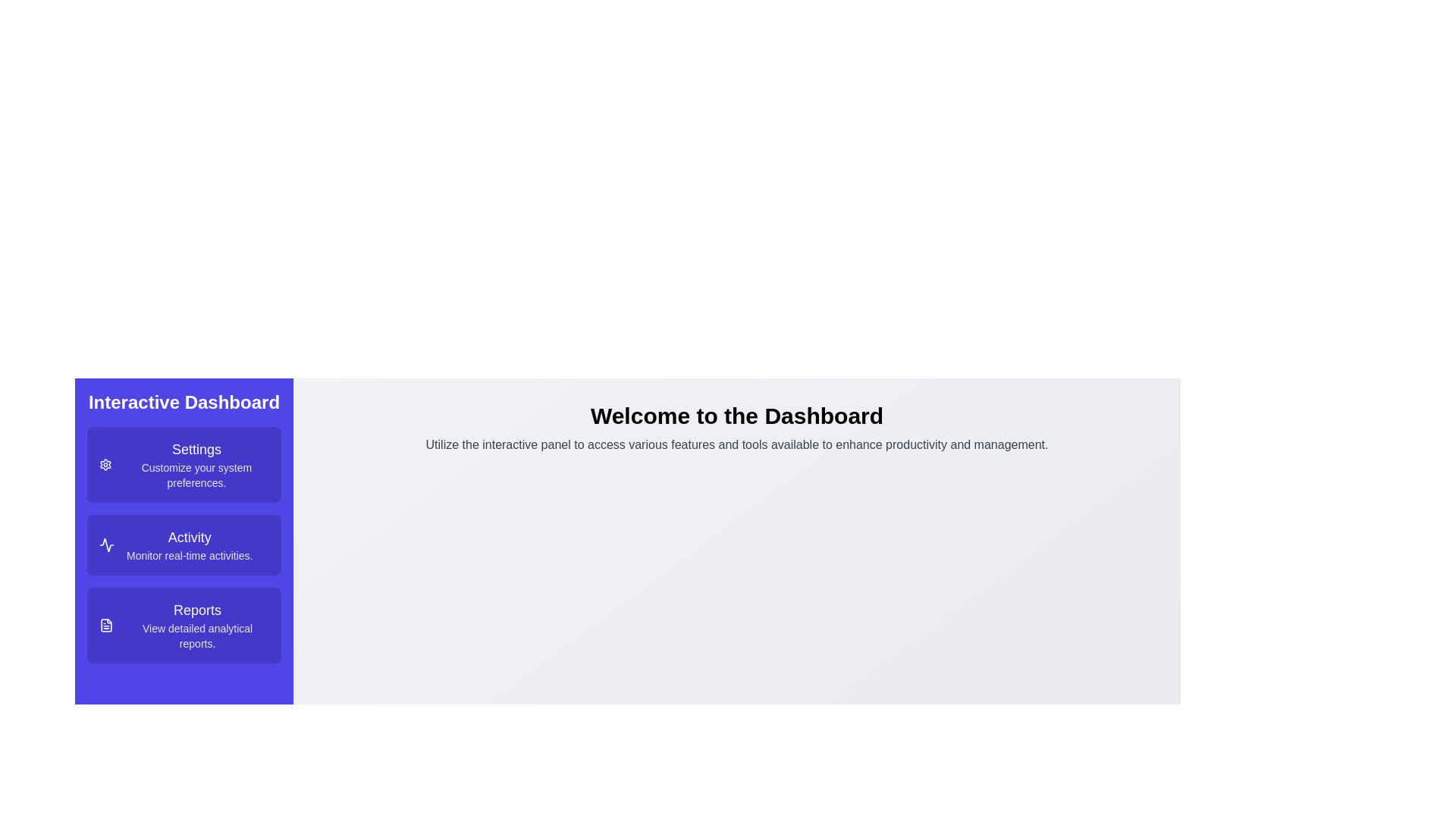 Image resolution: width=1456 pixels, height=819 pixels. Describe the element at coordinates (184, 626) in the screenshot. I see `the 'Reports' menu option` at that location.